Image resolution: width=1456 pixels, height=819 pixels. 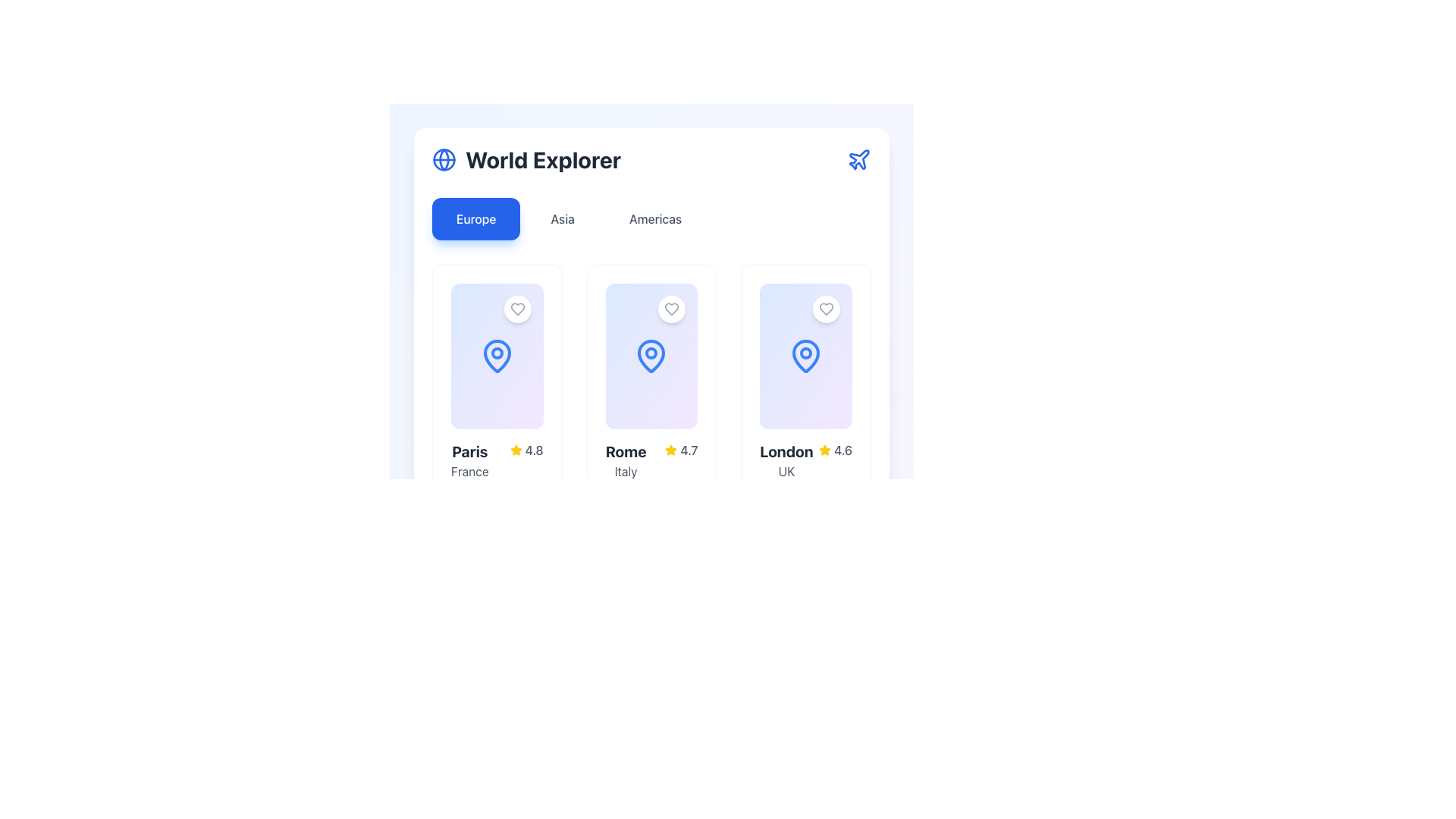 What do you see at coordinates (835, 450) in the screenshot?
I see `the rating display showing '4.6' next to a filled yellow star icon within the 'London' card layout` at bounding box center [835, 450].